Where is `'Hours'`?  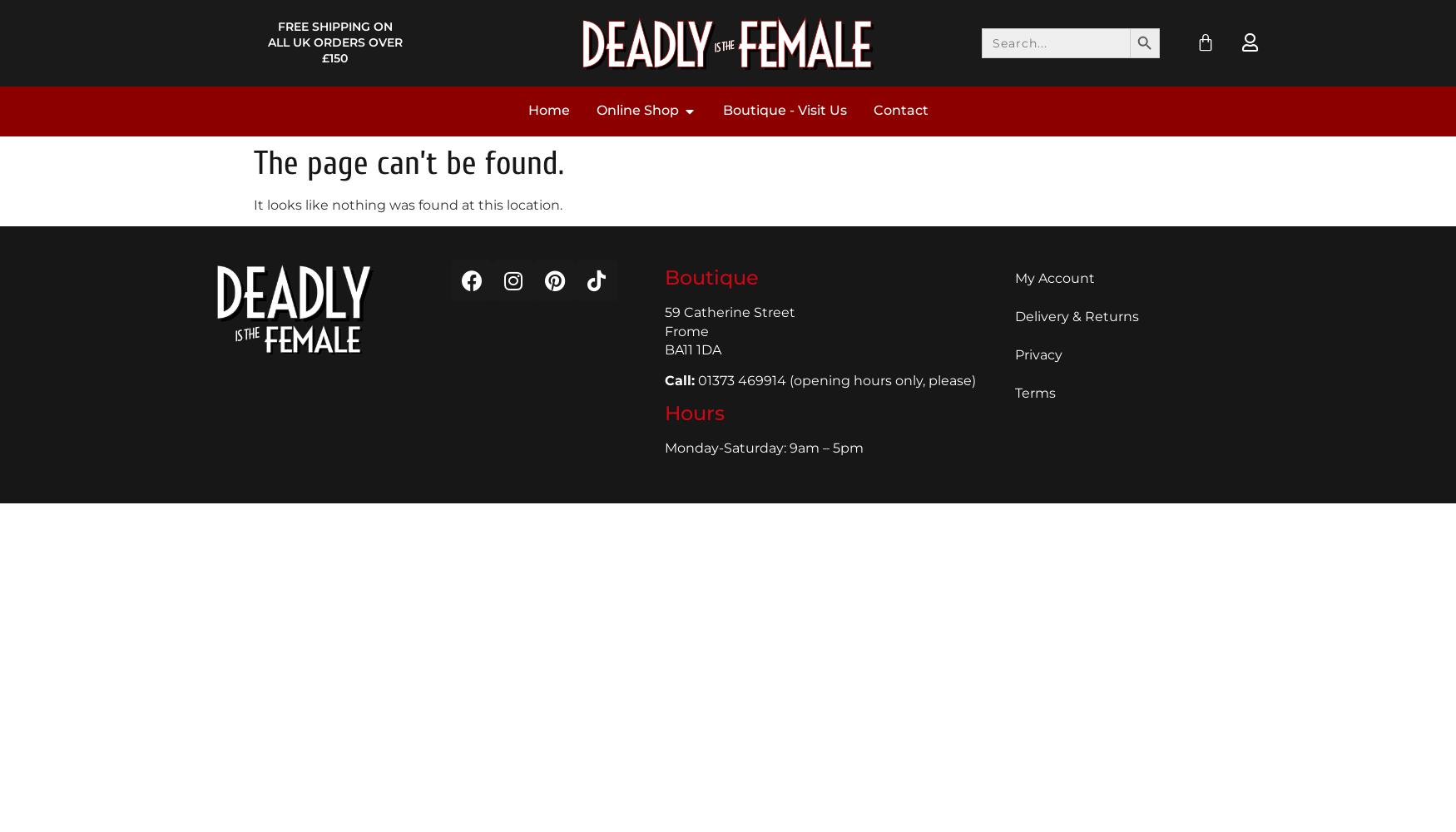 'Hours' is located at coordinates (694, 412).